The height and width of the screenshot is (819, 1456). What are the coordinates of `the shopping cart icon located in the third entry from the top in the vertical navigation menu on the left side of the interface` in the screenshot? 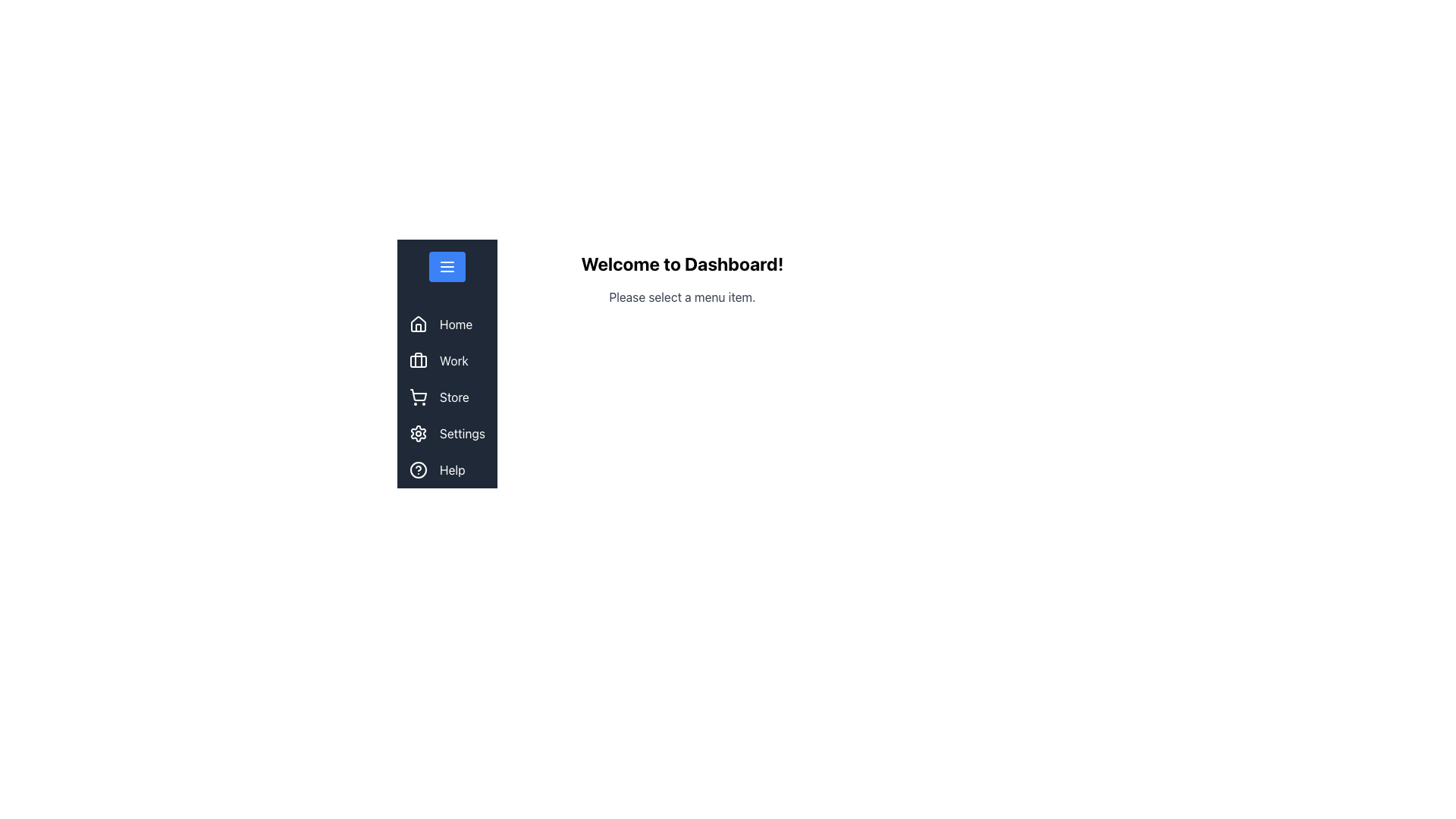 It's located at (419, 394).